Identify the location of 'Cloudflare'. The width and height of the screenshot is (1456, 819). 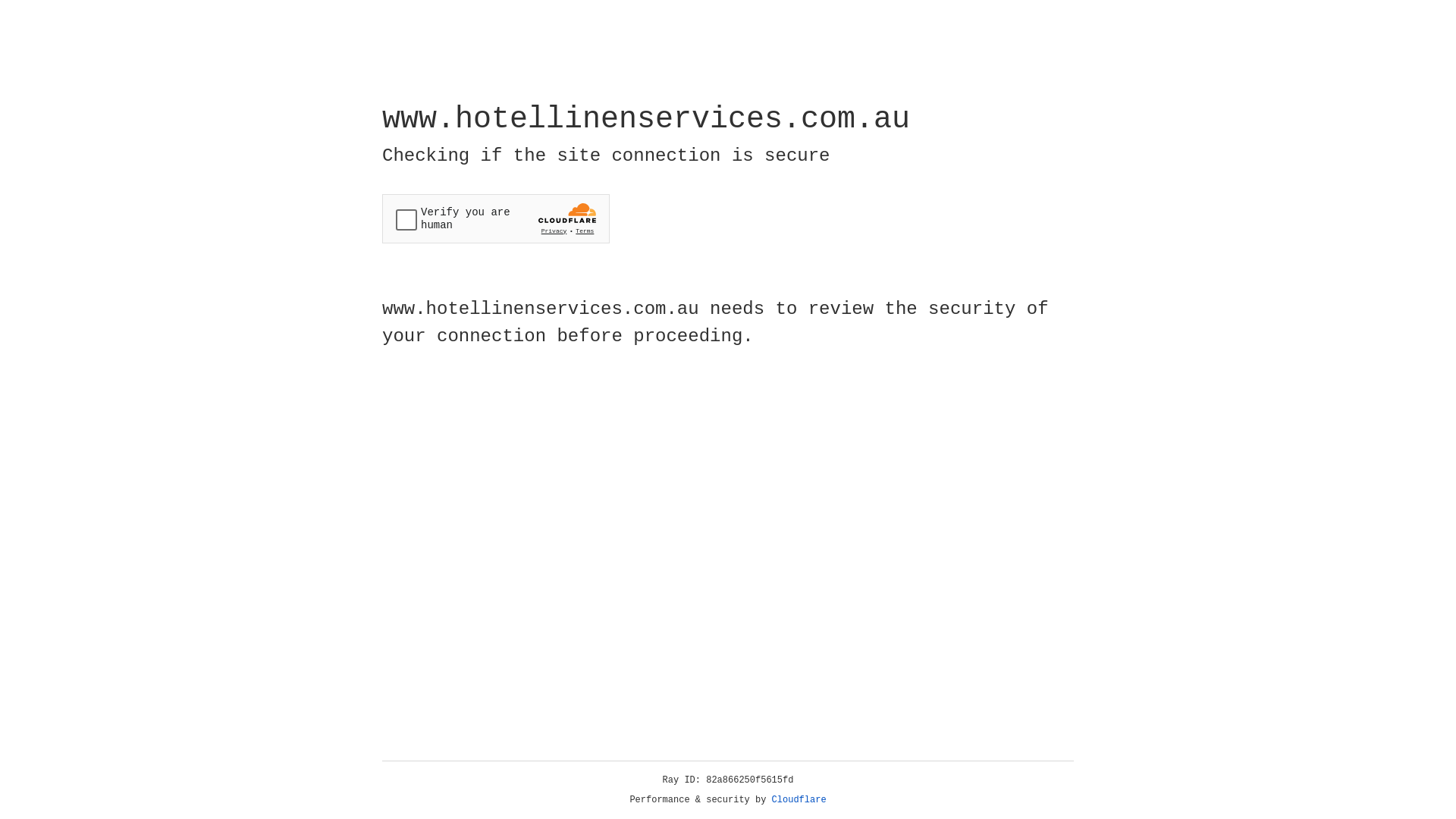
(799, 799).